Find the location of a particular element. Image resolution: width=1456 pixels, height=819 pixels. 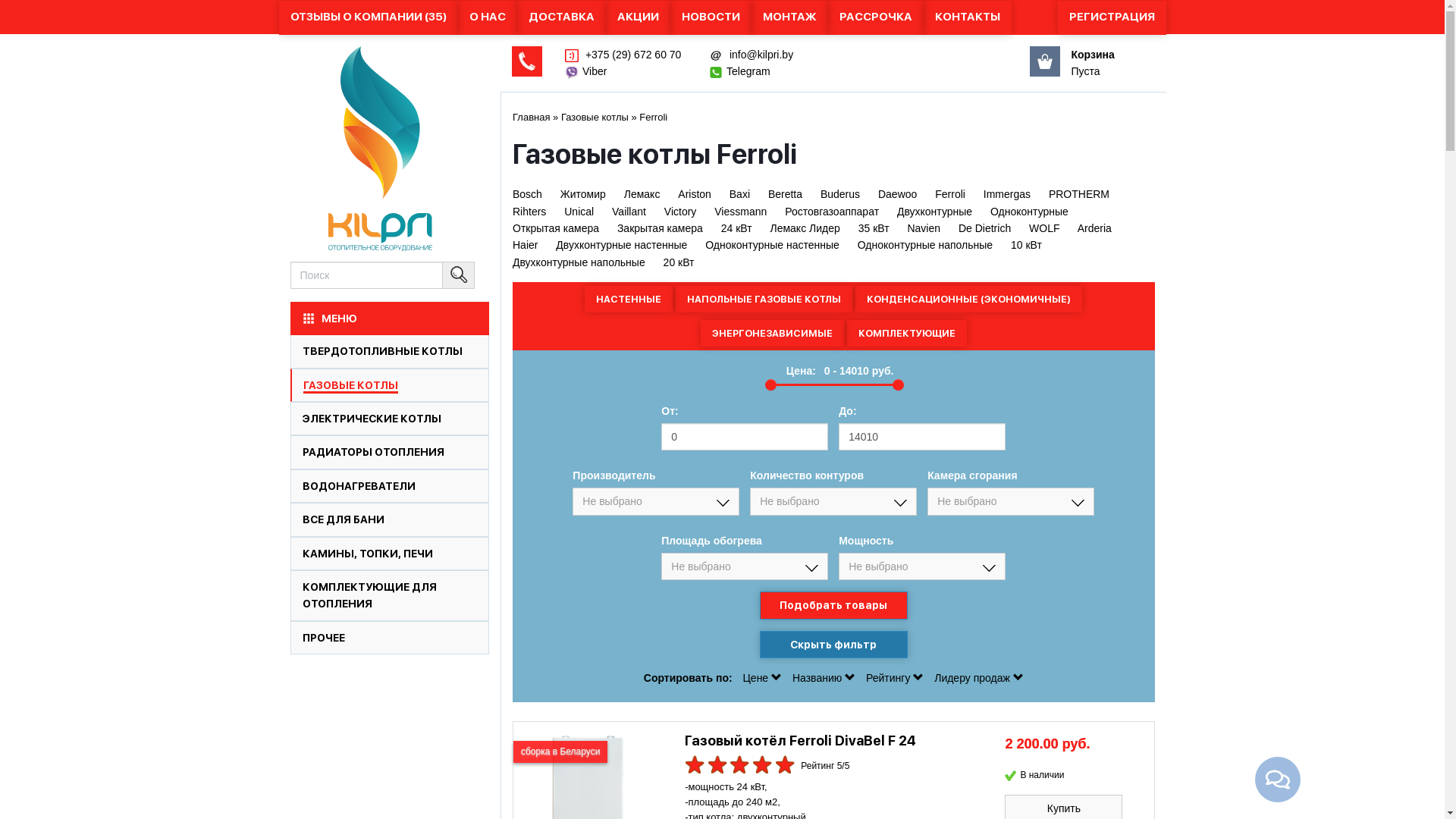

'Unical' is located at coordinates (578, 211).